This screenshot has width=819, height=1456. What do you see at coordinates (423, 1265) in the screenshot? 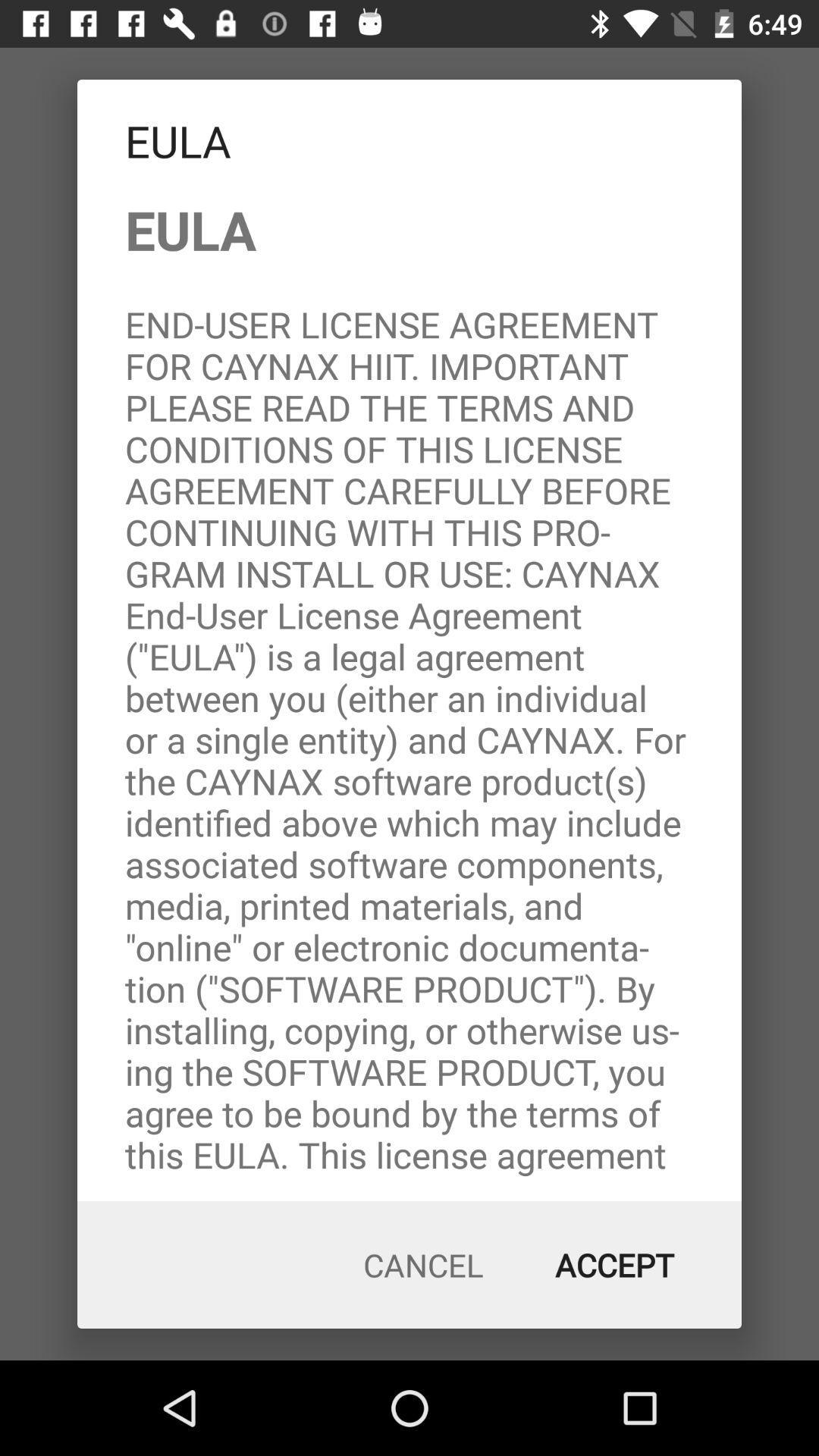
I see `item at the bottom` at bounding box center [423, 1265].